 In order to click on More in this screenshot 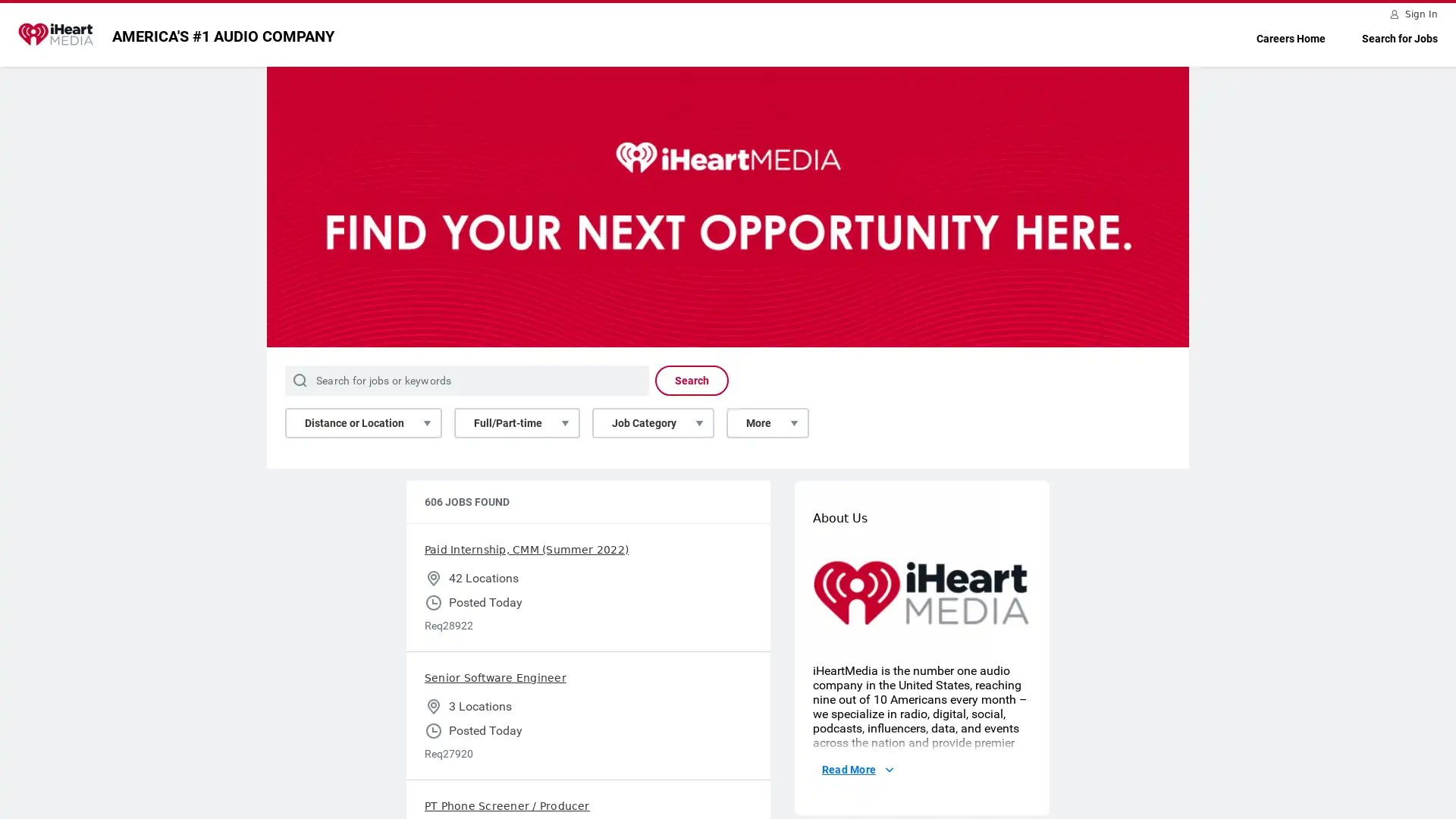, I will do `click(767, 423)`.